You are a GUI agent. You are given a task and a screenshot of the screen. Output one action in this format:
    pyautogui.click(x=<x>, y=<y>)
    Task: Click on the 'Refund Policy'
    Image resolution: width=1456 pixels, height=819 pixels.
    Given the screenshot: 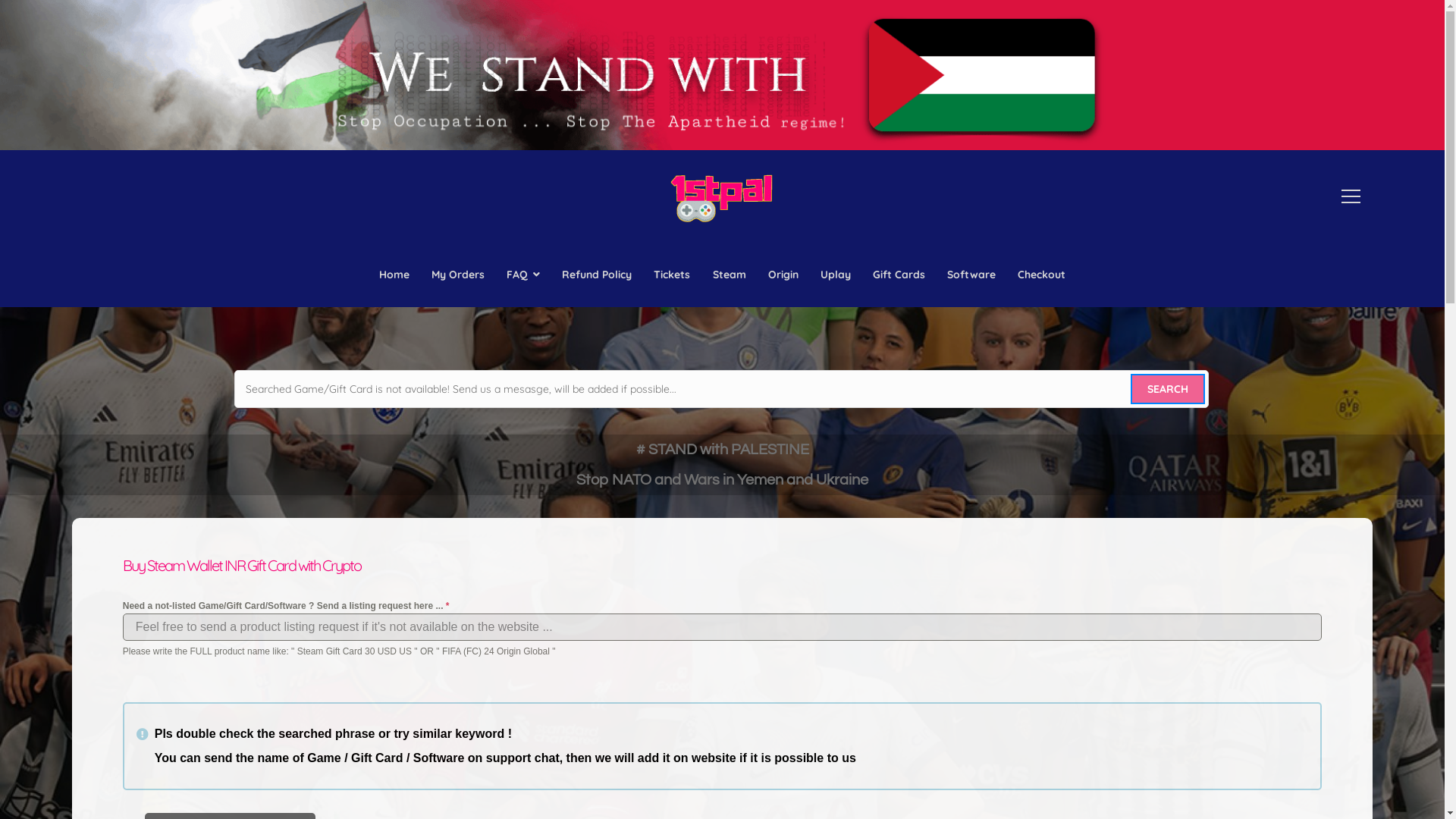 What is the action you would take?
    pyautogui.click(x=596, y=275)
    